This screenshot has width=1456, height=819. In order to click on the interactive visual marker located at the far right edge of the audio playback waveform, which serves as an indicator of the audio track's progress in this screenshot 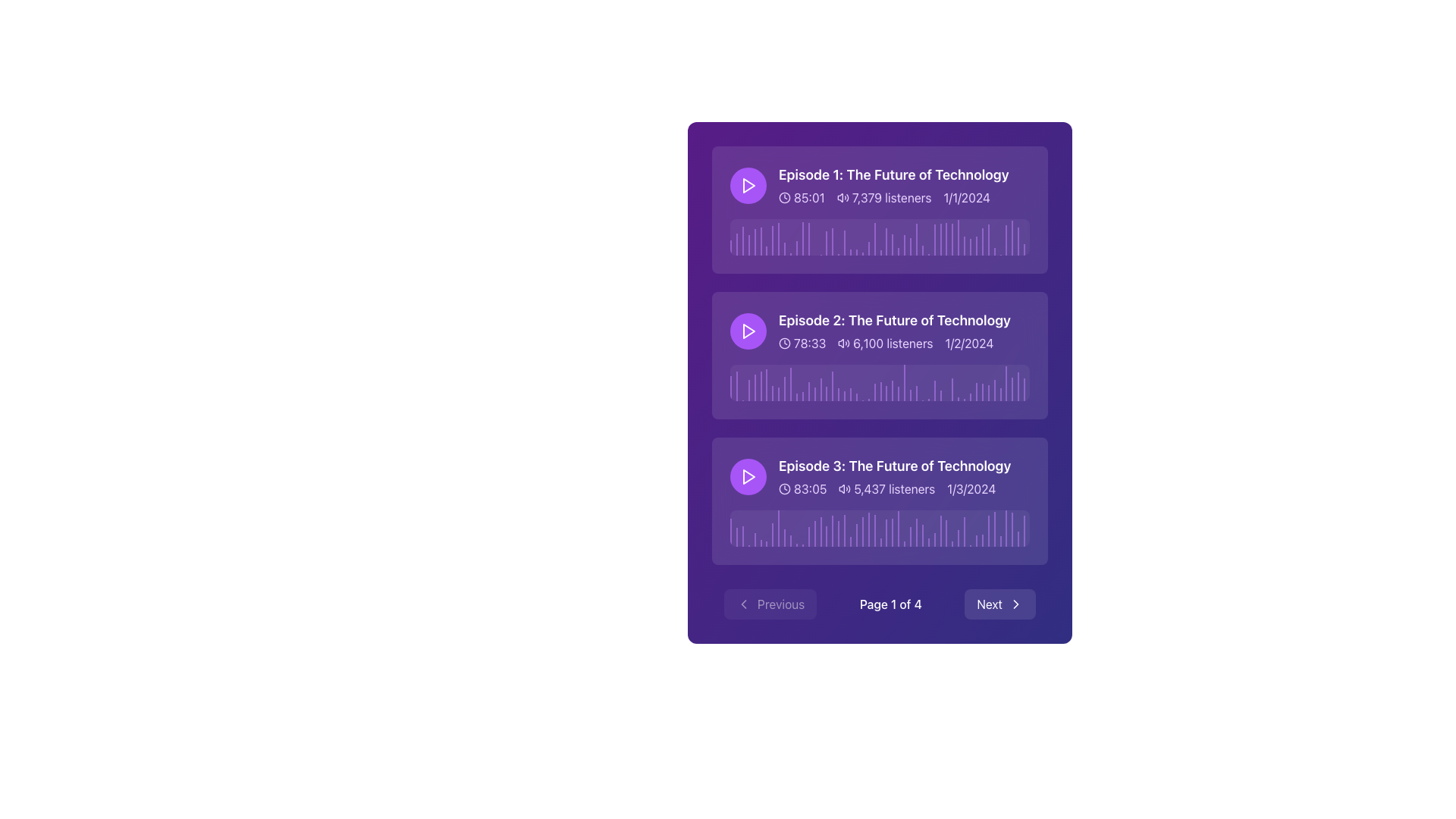, I will do `click(1012, 237)`.